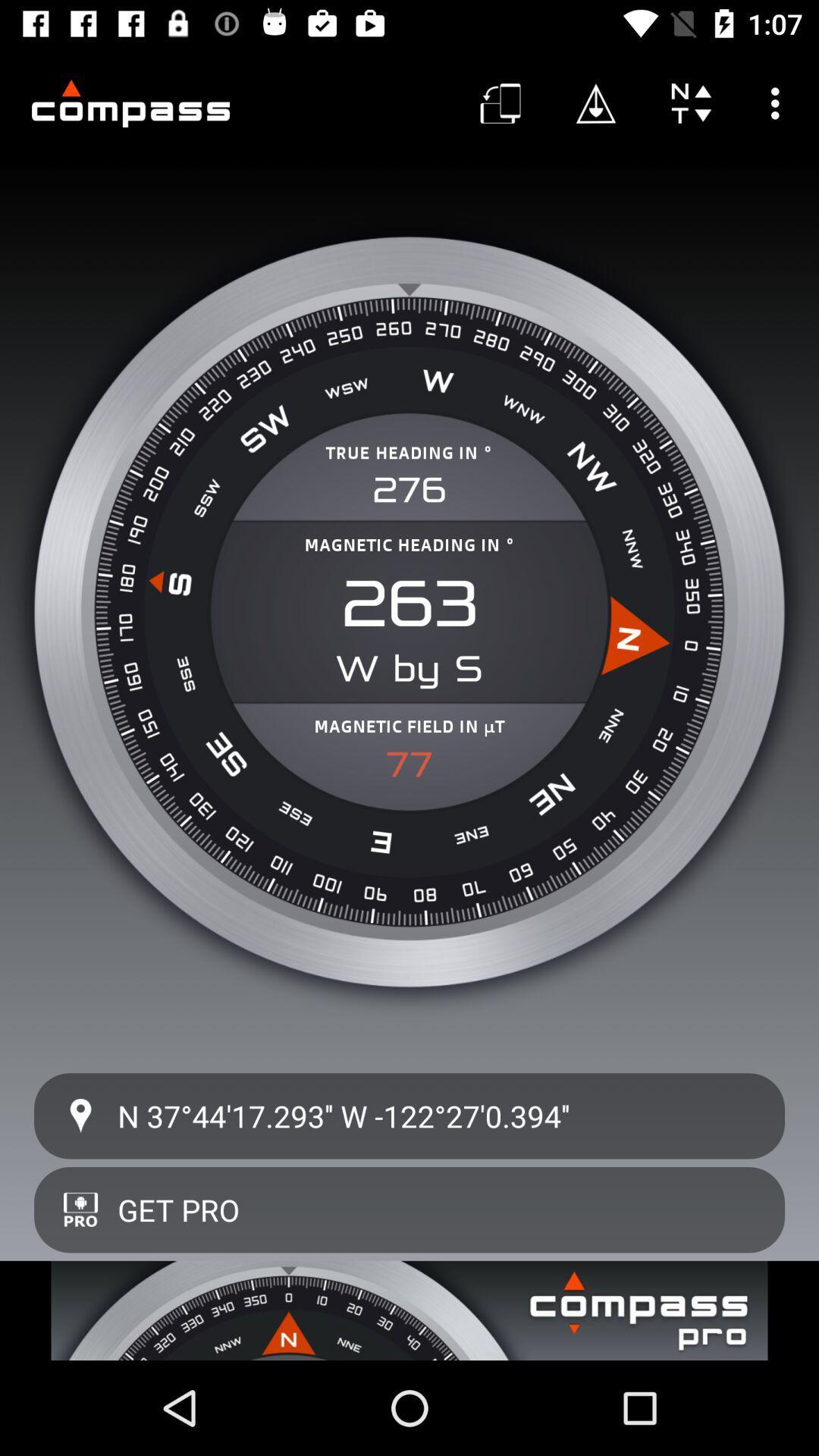  Describe the element at coordinates (409, 1310) in the screenshot. I see `advertisement` at that location.